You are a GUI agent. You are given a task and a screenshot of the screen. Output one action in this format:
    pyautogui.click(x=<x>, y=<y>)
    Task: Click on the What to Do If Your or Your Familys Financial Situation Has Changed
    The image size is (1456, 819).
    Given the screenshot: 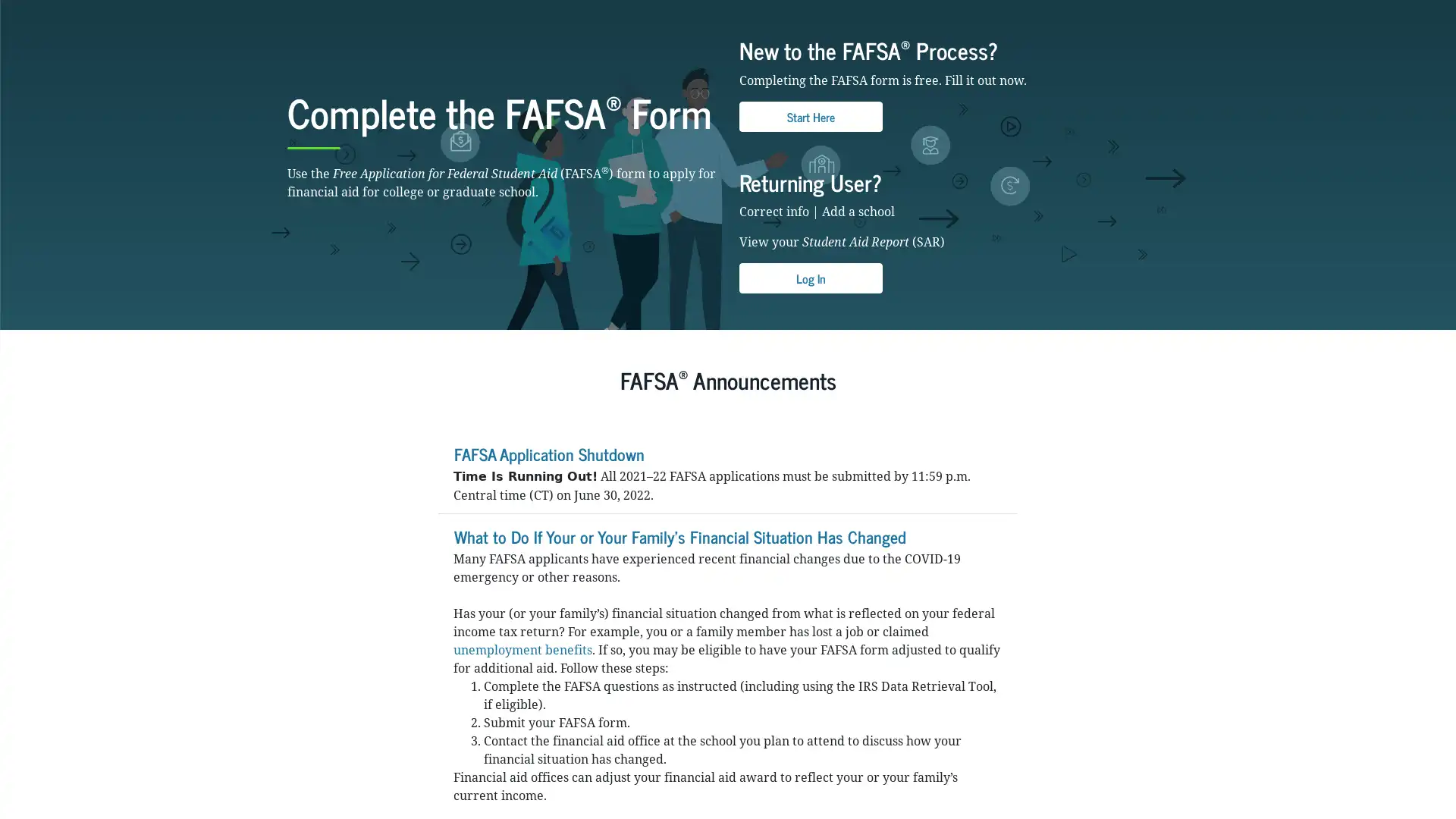 What is the action you would take?
    pyautogui.click(x=679, y=633)
    